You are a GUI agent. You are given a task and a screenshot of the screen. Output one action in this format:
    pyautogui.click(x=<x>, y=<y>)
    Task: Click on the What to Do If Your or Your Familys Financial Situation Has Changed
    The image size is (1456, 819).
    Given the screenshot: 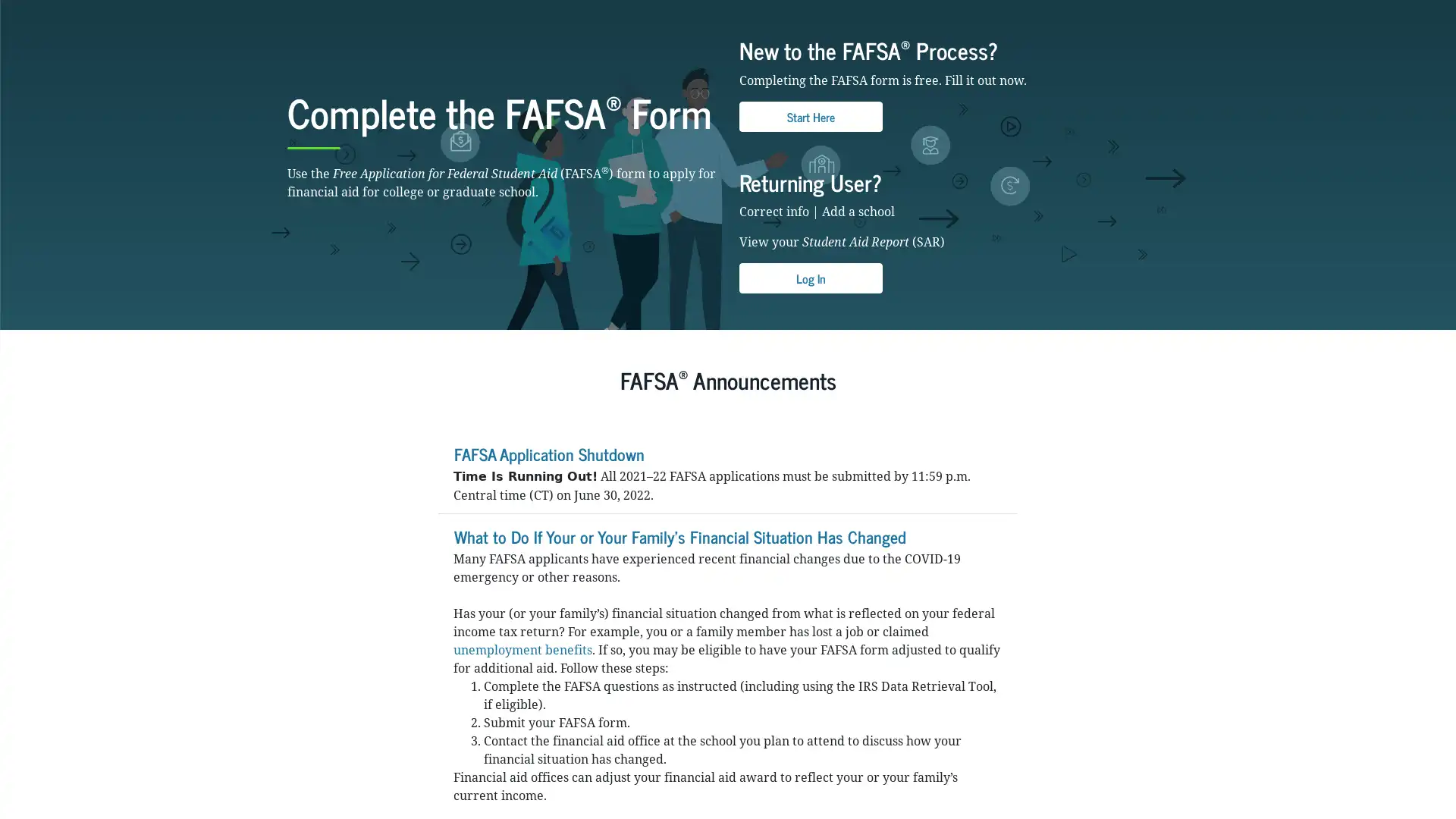 What is the action you would take?
    pyautogui.click(x=679, y=633)
    